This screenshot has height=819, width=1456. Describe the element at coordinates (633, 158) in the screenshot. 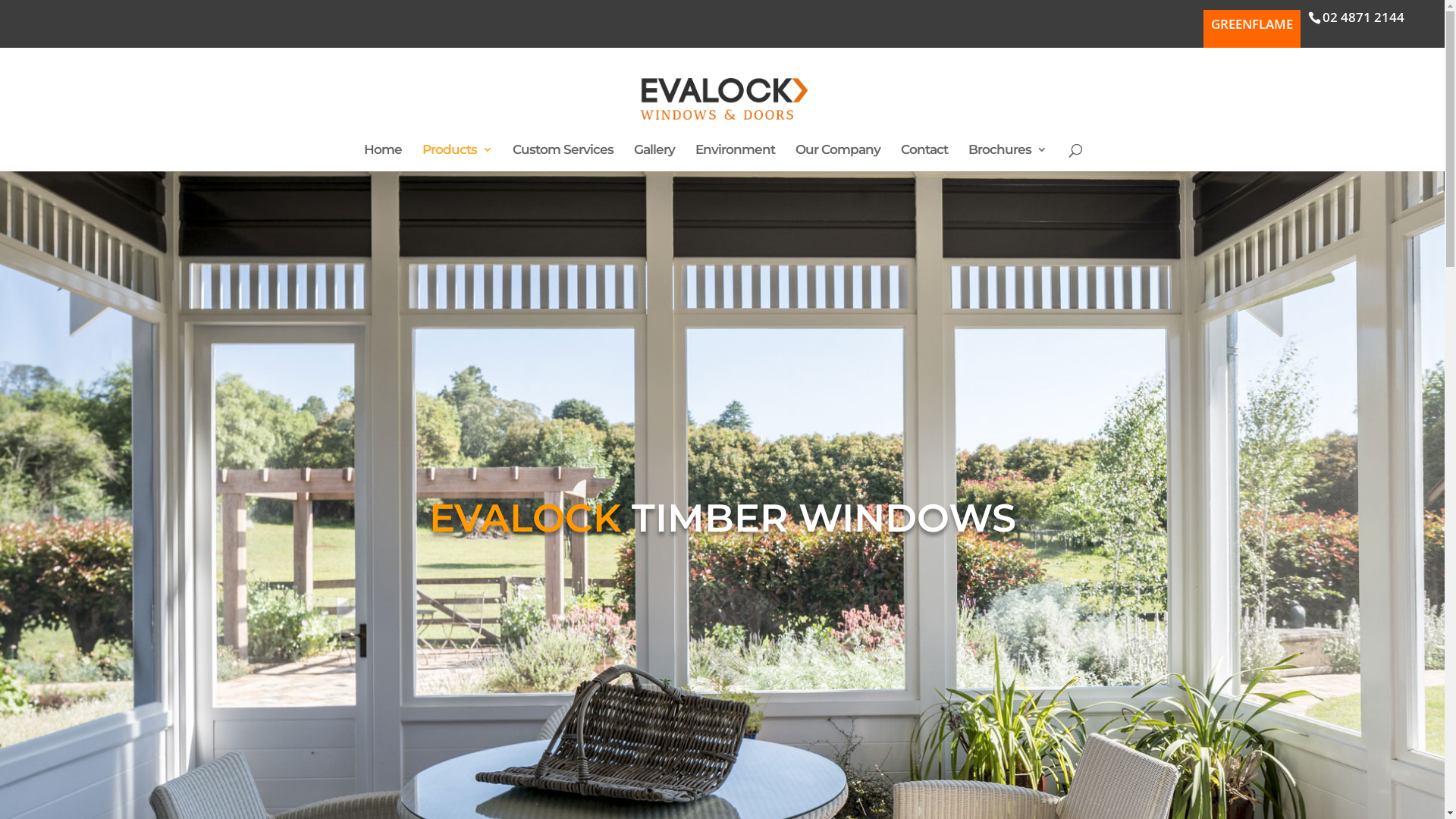

I see `'Gallery'` at that location.